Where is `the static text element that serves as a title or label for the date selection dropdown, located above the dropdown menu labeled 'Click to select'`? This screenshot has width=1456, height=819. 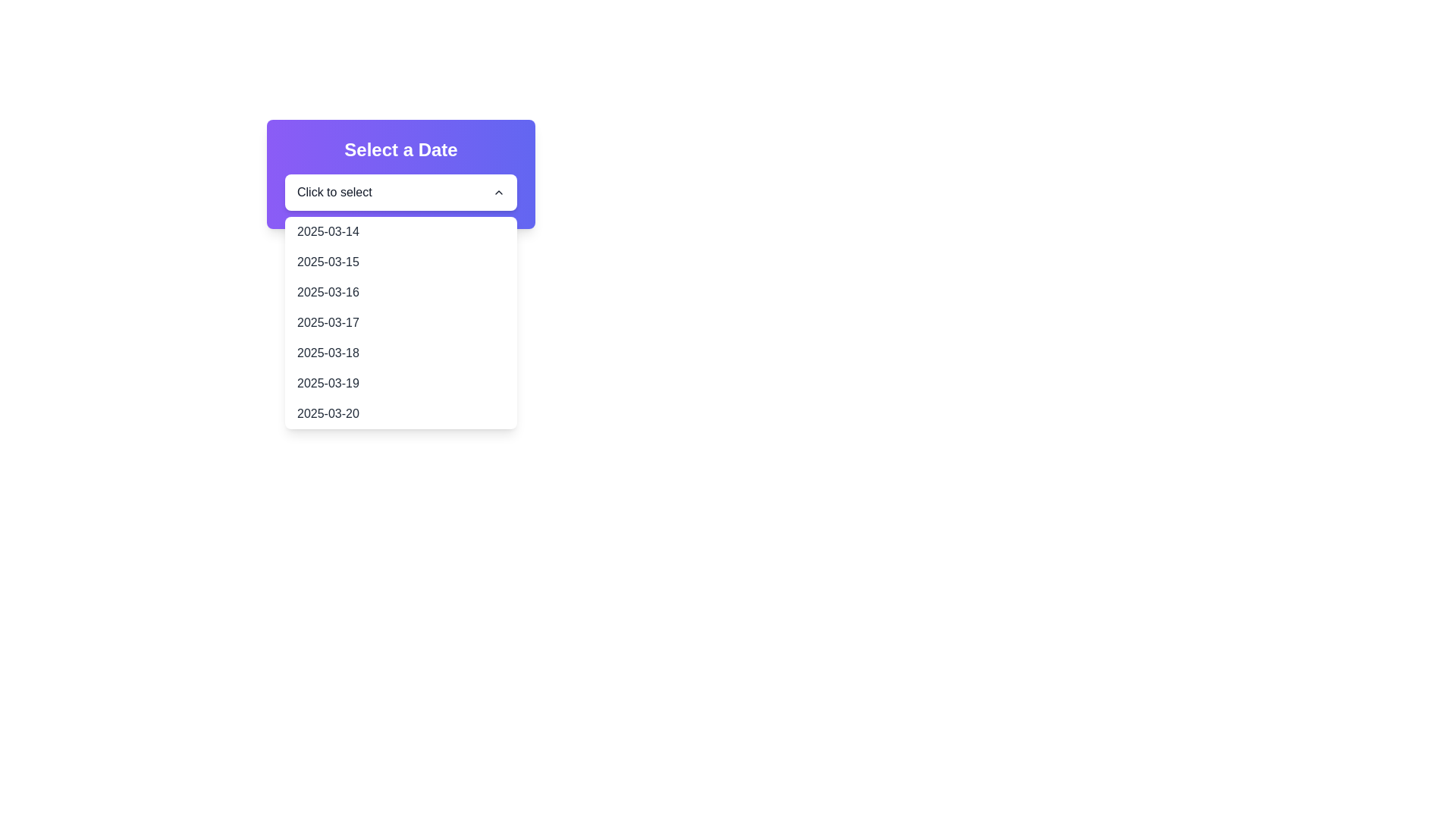
the static text element that serves as a title or label for the date selection dropdown, located above the dropdown menu labeled 'Click to select' is located at coordinates (400, 149).